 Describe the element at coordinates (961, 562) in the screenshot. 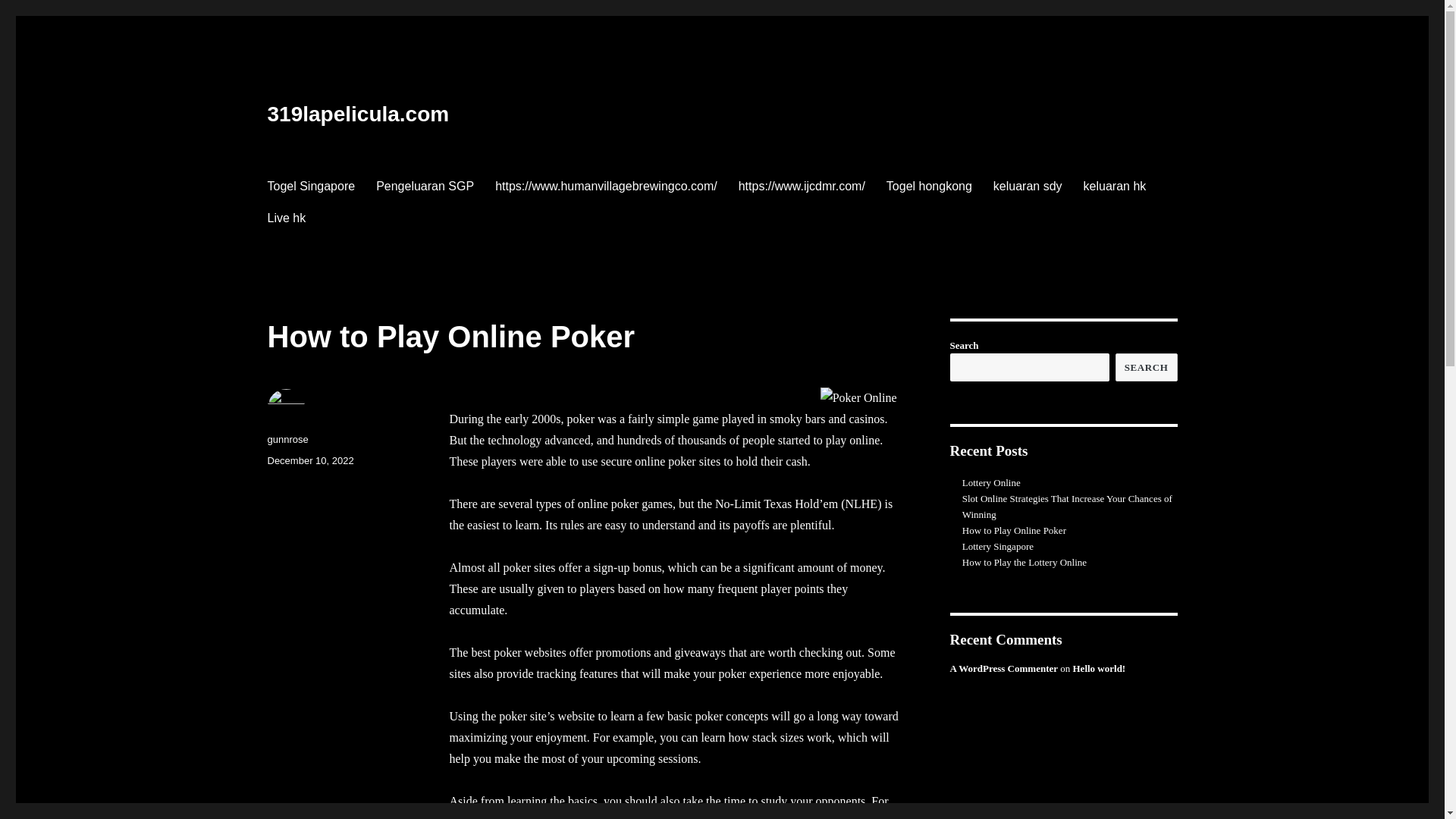

I see `'How to Play the Lottery Online'` at that location.